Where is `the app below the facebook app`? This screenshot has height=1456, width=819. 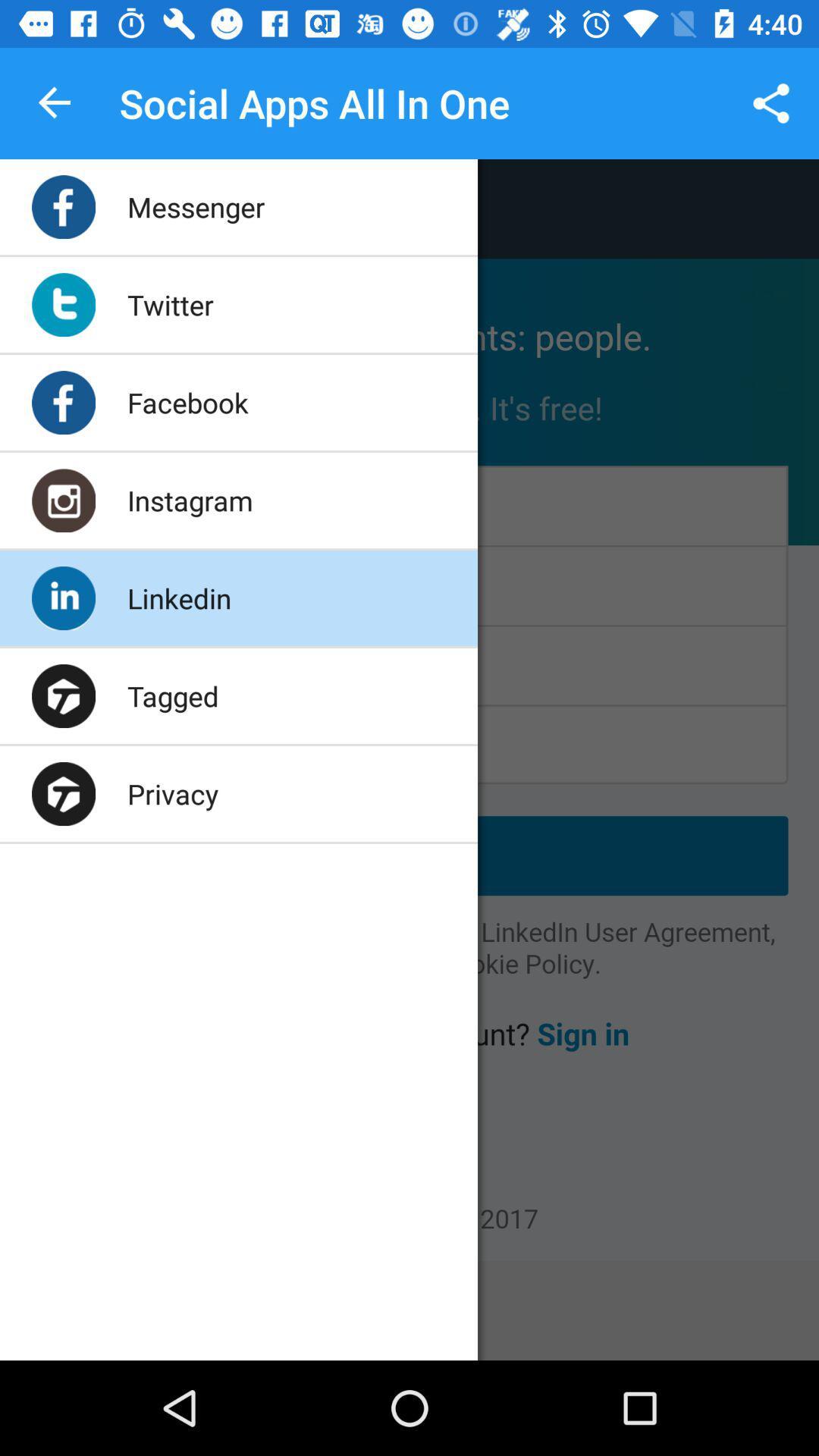
the app below the facebook app is located at coordinates (189, 500).